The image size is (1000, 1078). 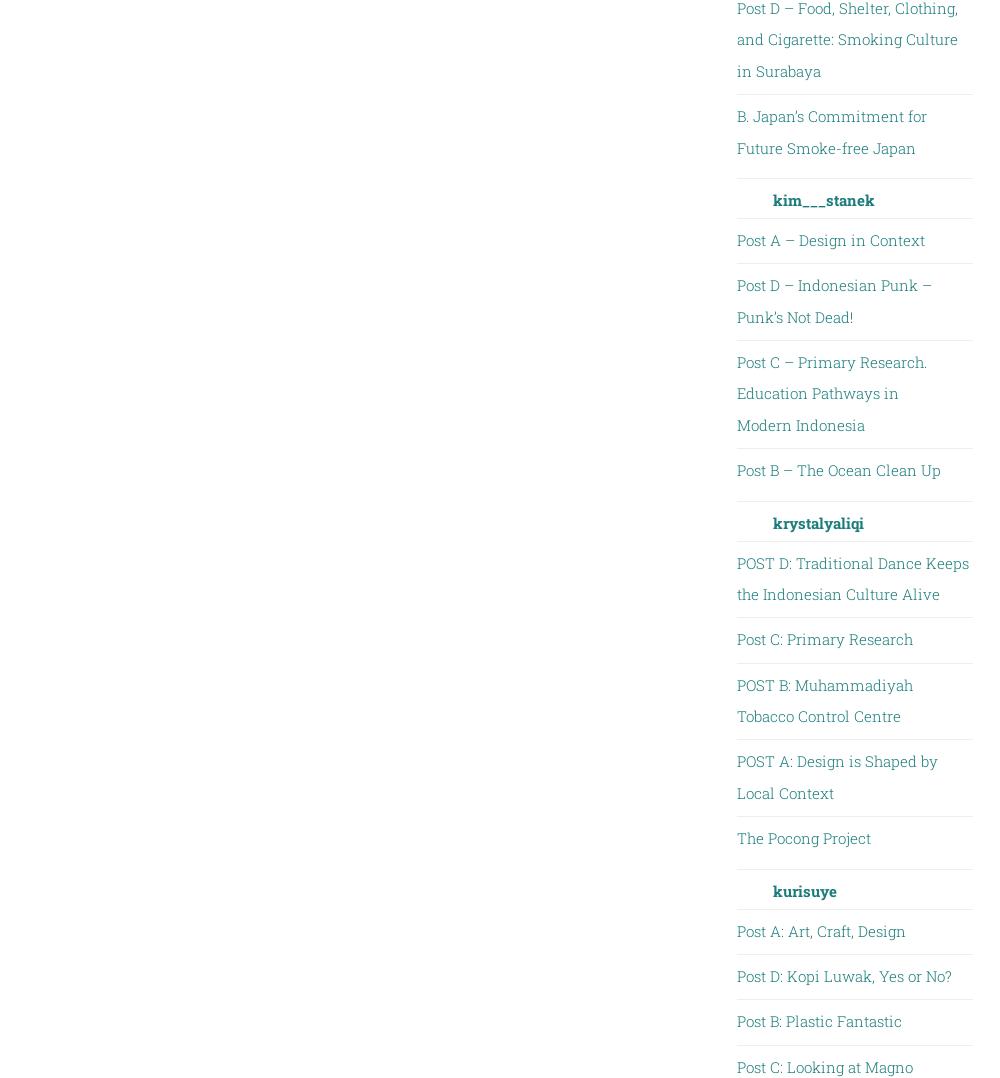 What do you see at coordinates (835, 775) in the screenshot?
I see `'POST A: Design is Shaped by Local Context'` at bounding box center [835, 775].